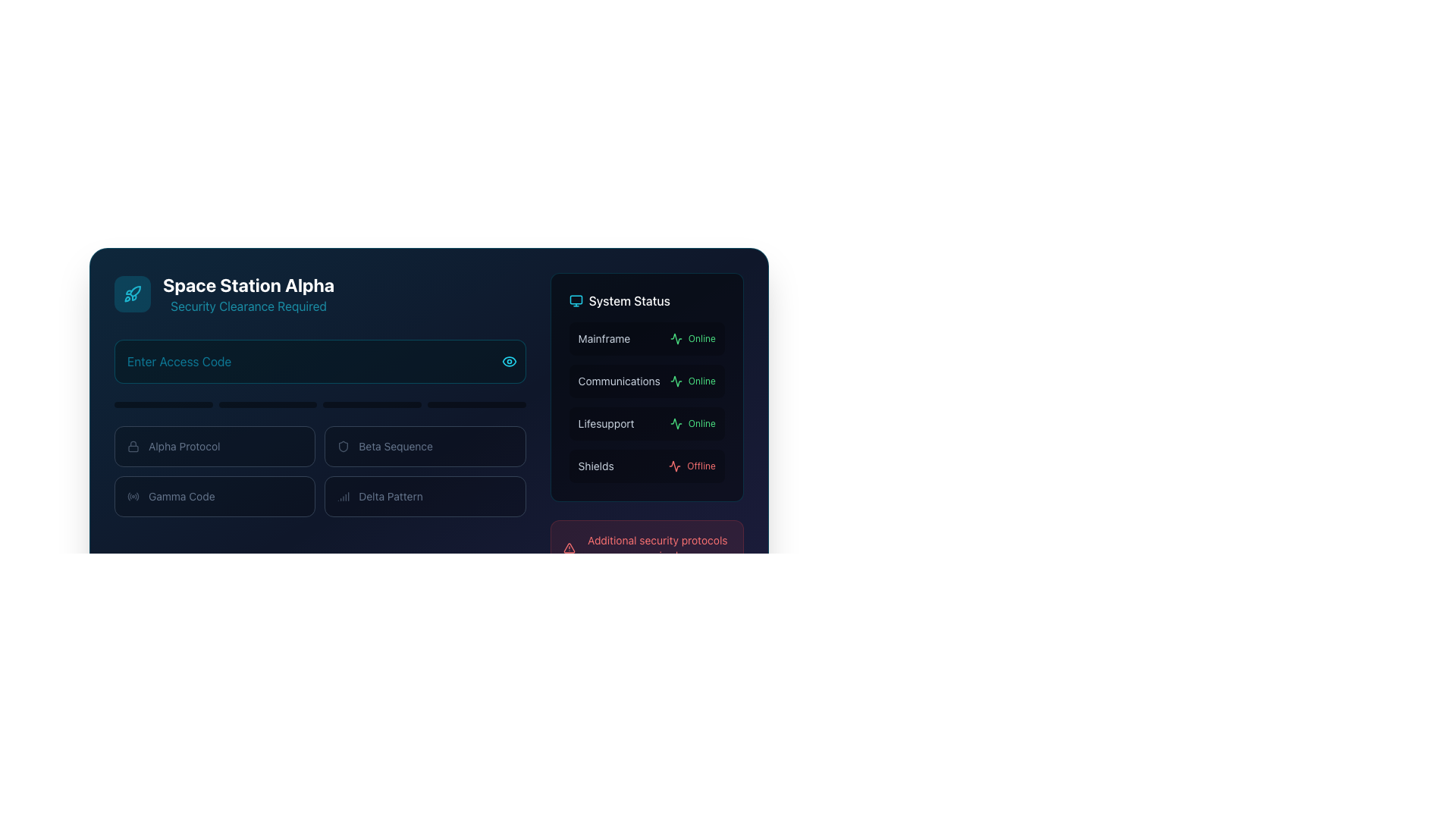  I want to click on the 'Beta Sequence' button, which is a rectangular button with rounded corners, located under the 'Enter Access Code' section, immediately to the right of 'Alpha Protocol', so click(425, 446).